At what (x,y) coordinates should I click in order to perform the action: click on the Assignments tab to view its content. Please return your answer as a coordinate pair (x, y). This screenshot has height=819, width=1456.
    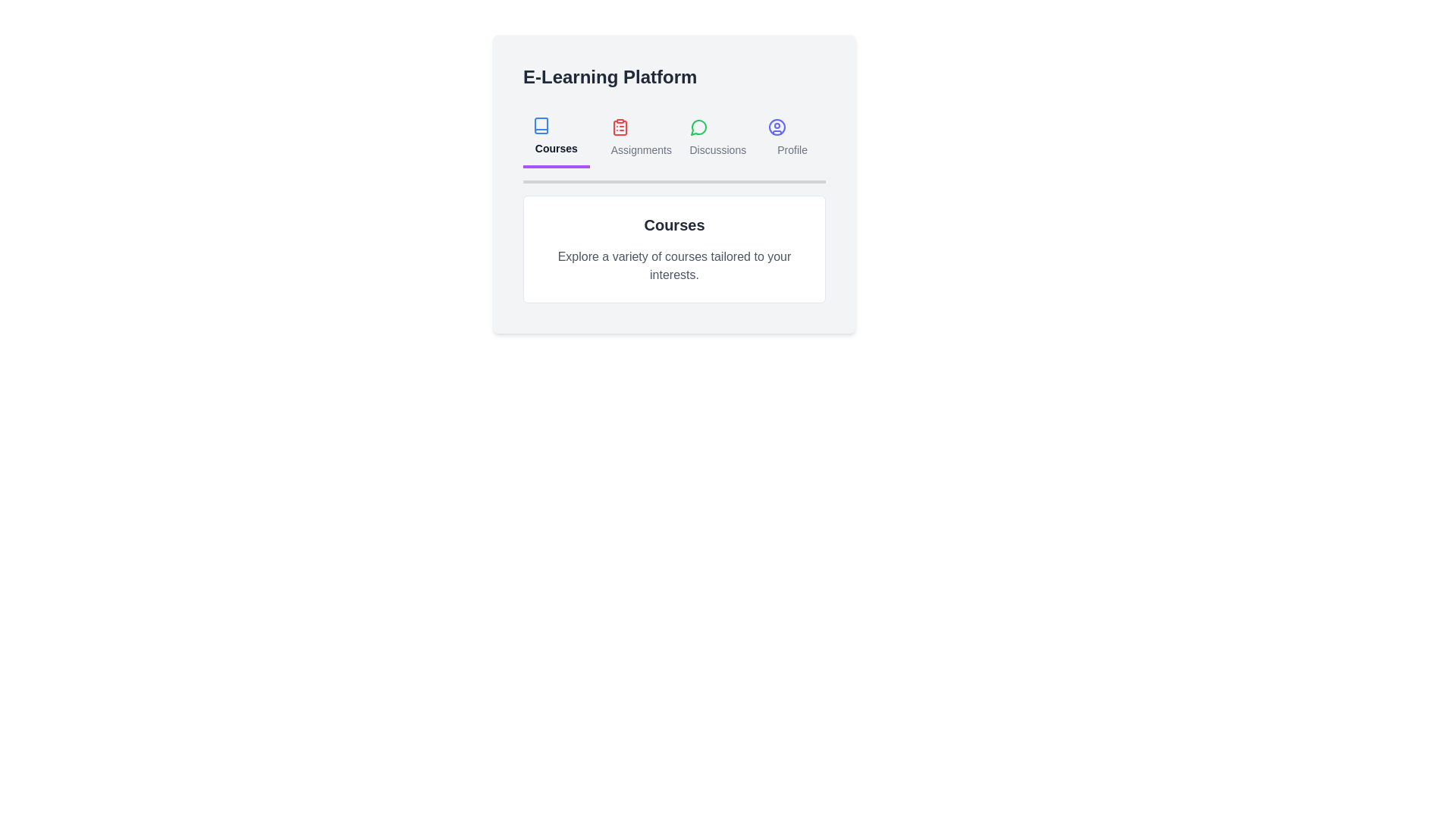
    Looking at the image, I should click on (635, 137).